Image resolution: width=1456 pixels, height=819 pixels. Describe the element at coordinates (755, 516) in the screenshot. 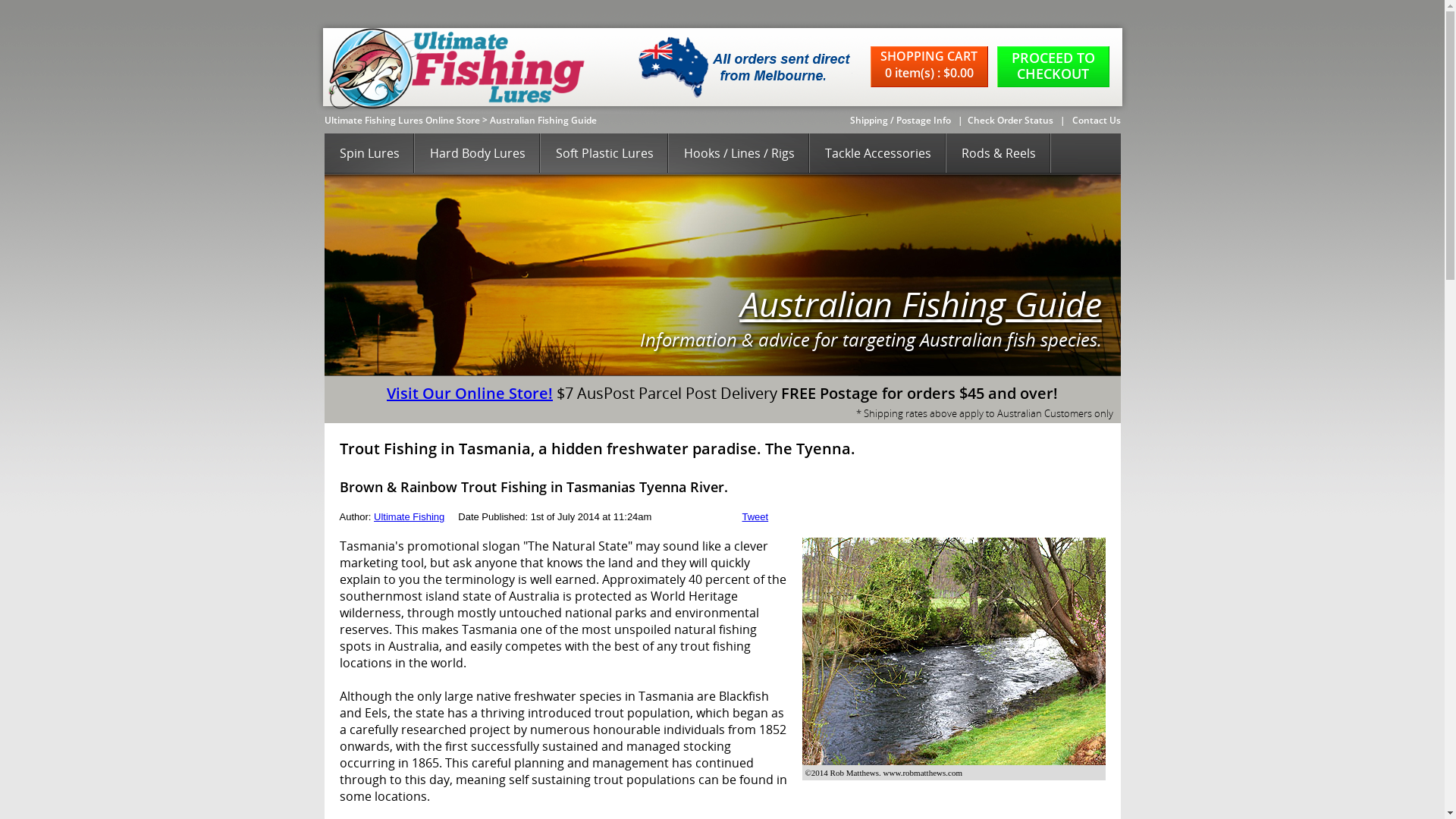

I see `'Tweet'` at that location.